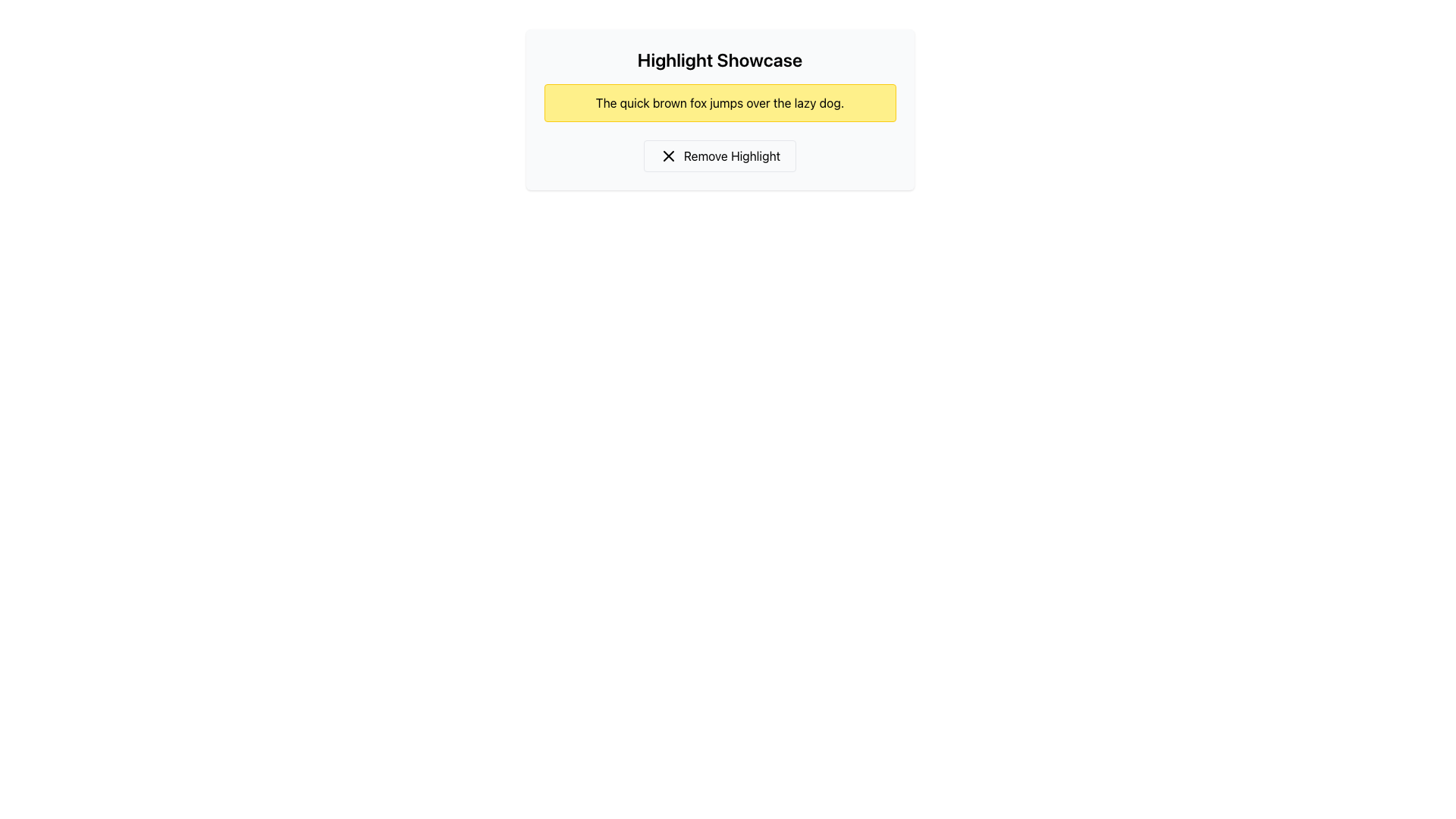 This screenshot has height=819, width=1456. Describe the element at coordinates (667, 155) in the screenshot. I see `the 'X' icon located inside the 'Remove Highlight' button, which is styled with black strokes and positioned towards the left side of the button's content area` at that location.